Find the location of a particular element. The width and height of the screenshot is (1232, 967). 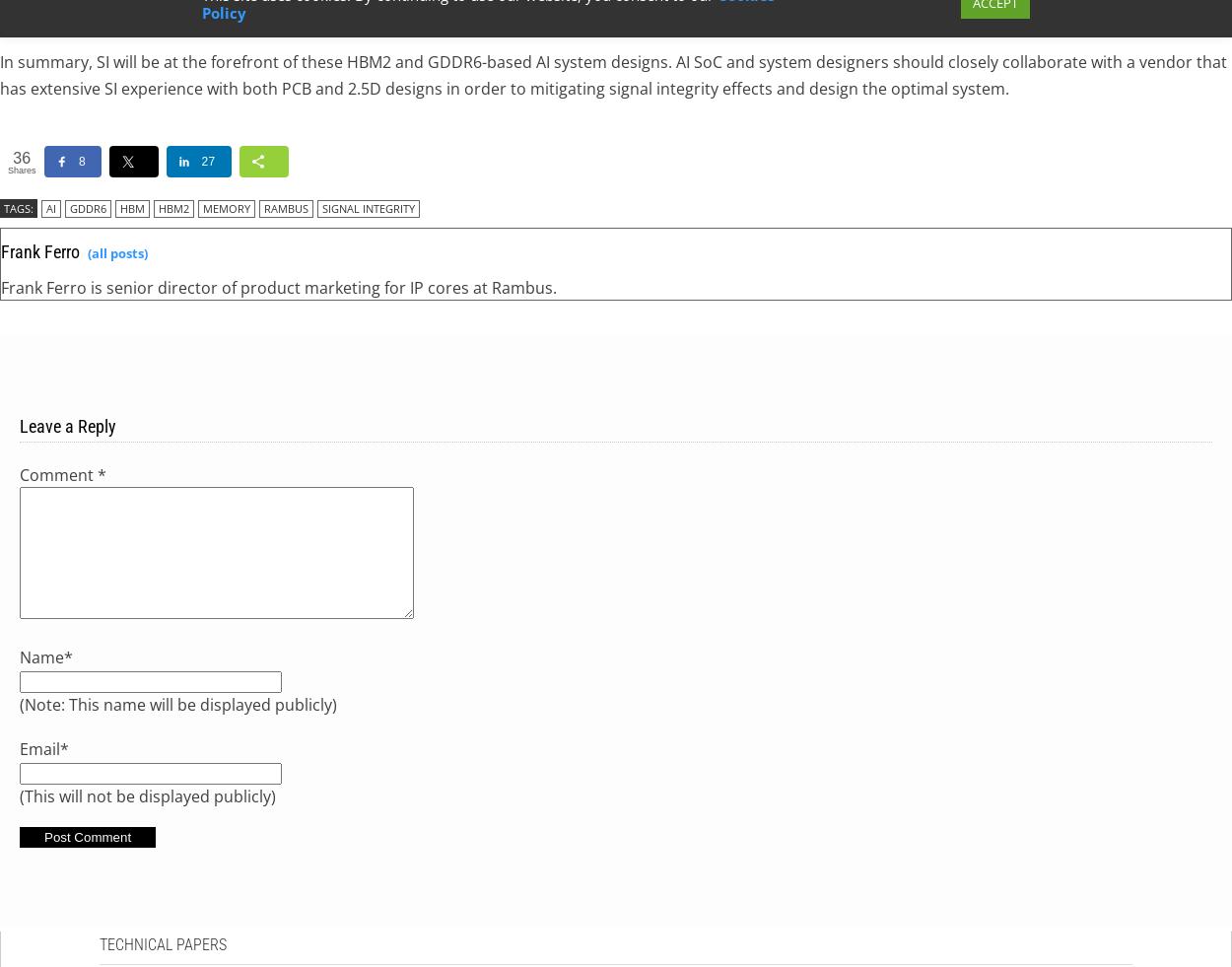

'signal integrity' is located at coordinates (368, 206).